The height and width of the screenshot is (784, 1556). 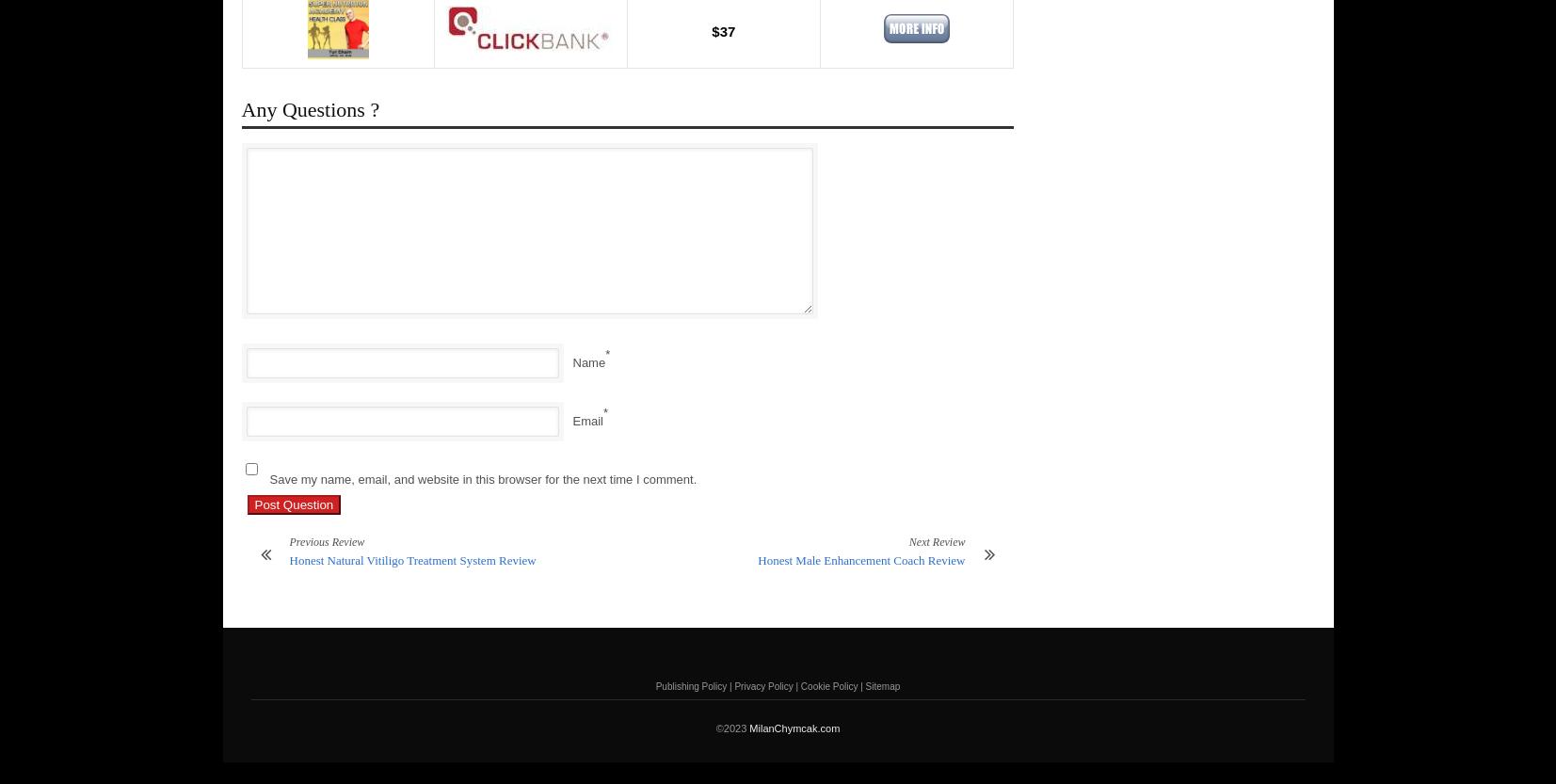 What do you see at coordinates (762, 686) in the screenshot?
I see `'Privacy Policy'` at bounding box center [762, 686].